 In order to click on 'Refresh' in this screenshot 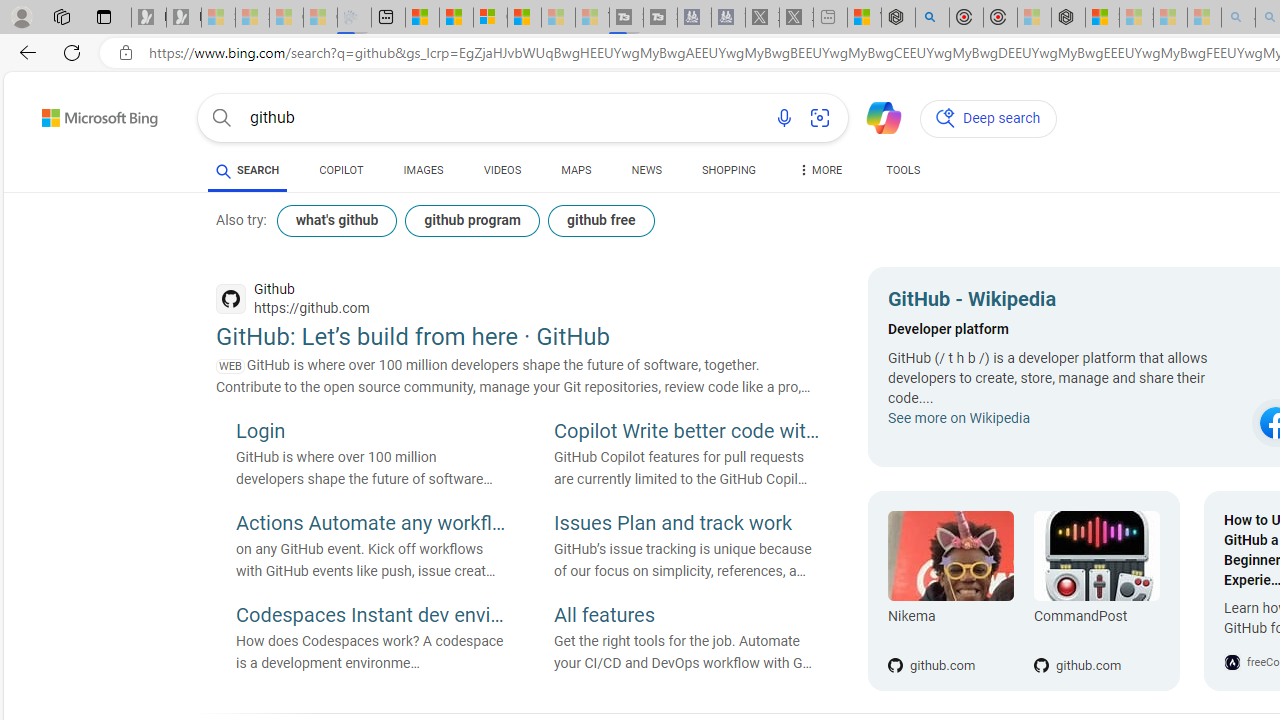, I will do `click(72, 51)`.